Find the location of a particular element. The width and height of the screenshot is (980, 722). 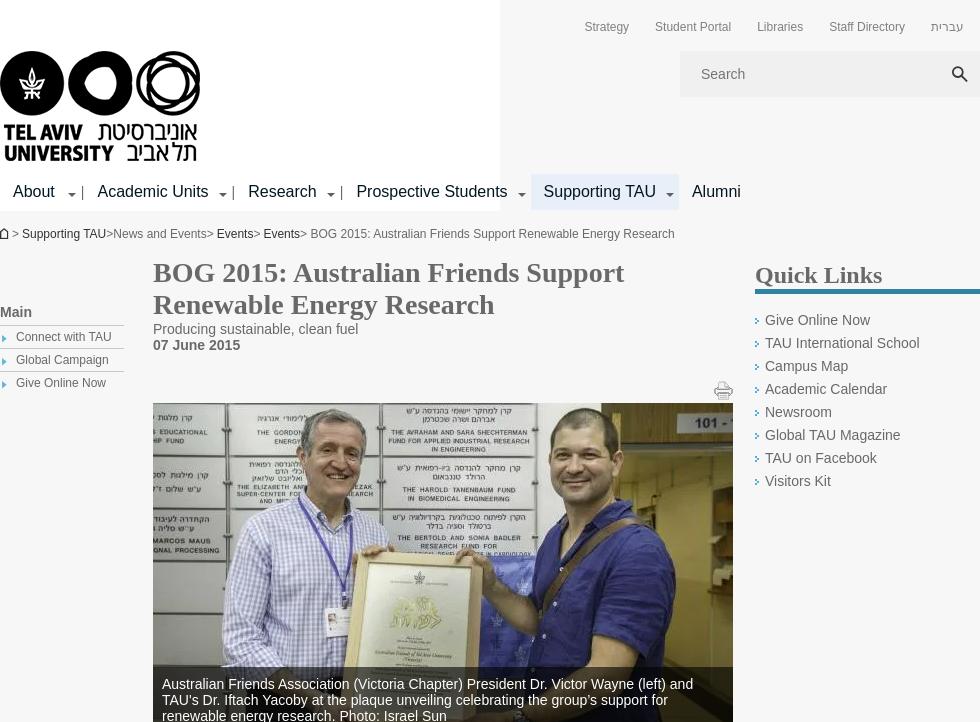

'> BOG 2015: Australian Friends Support Renewable Energy Research' is located at coordinates (486, 233).